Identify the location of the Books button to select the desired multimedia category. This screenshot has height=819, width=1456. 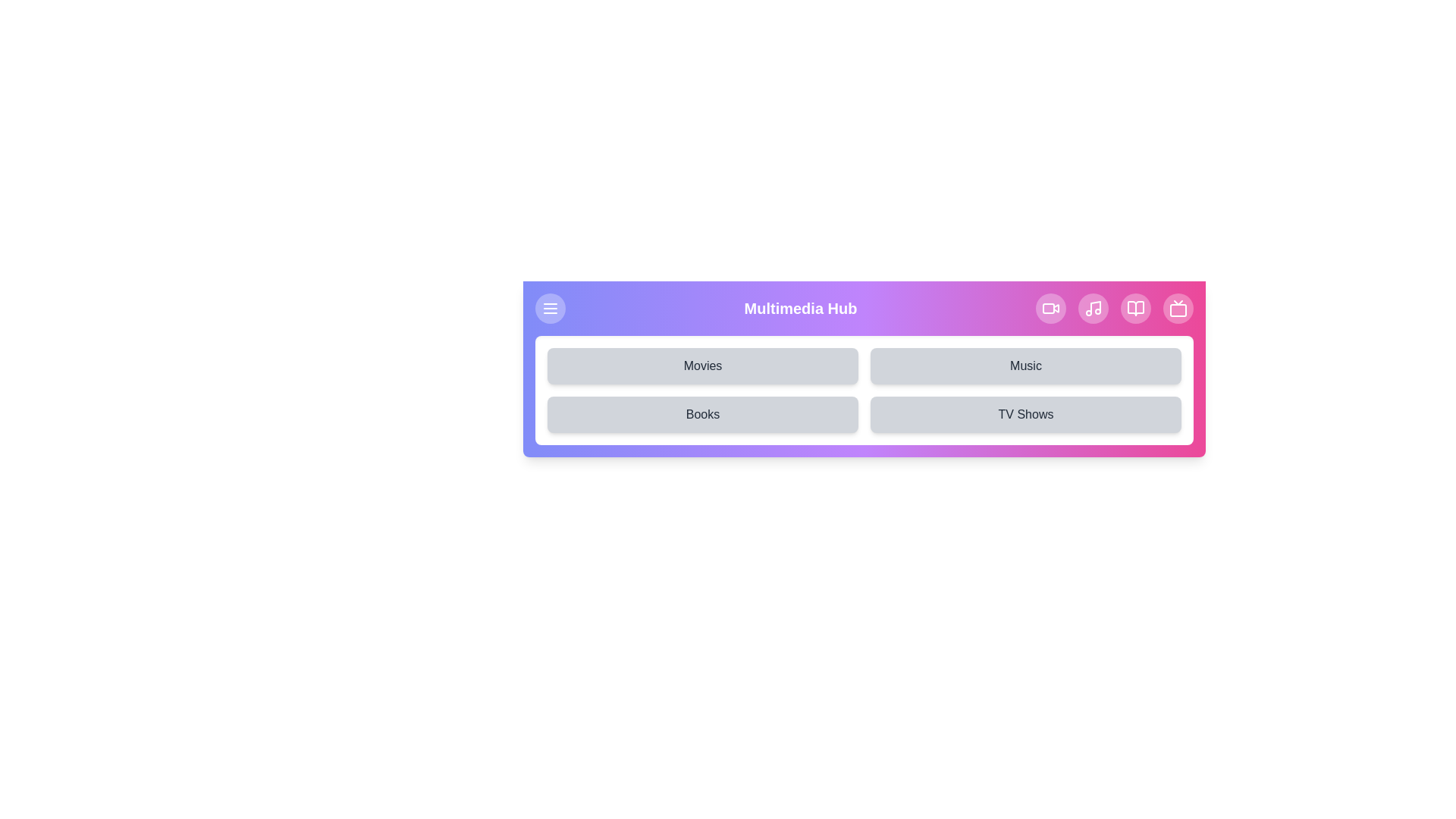
(701, 415).